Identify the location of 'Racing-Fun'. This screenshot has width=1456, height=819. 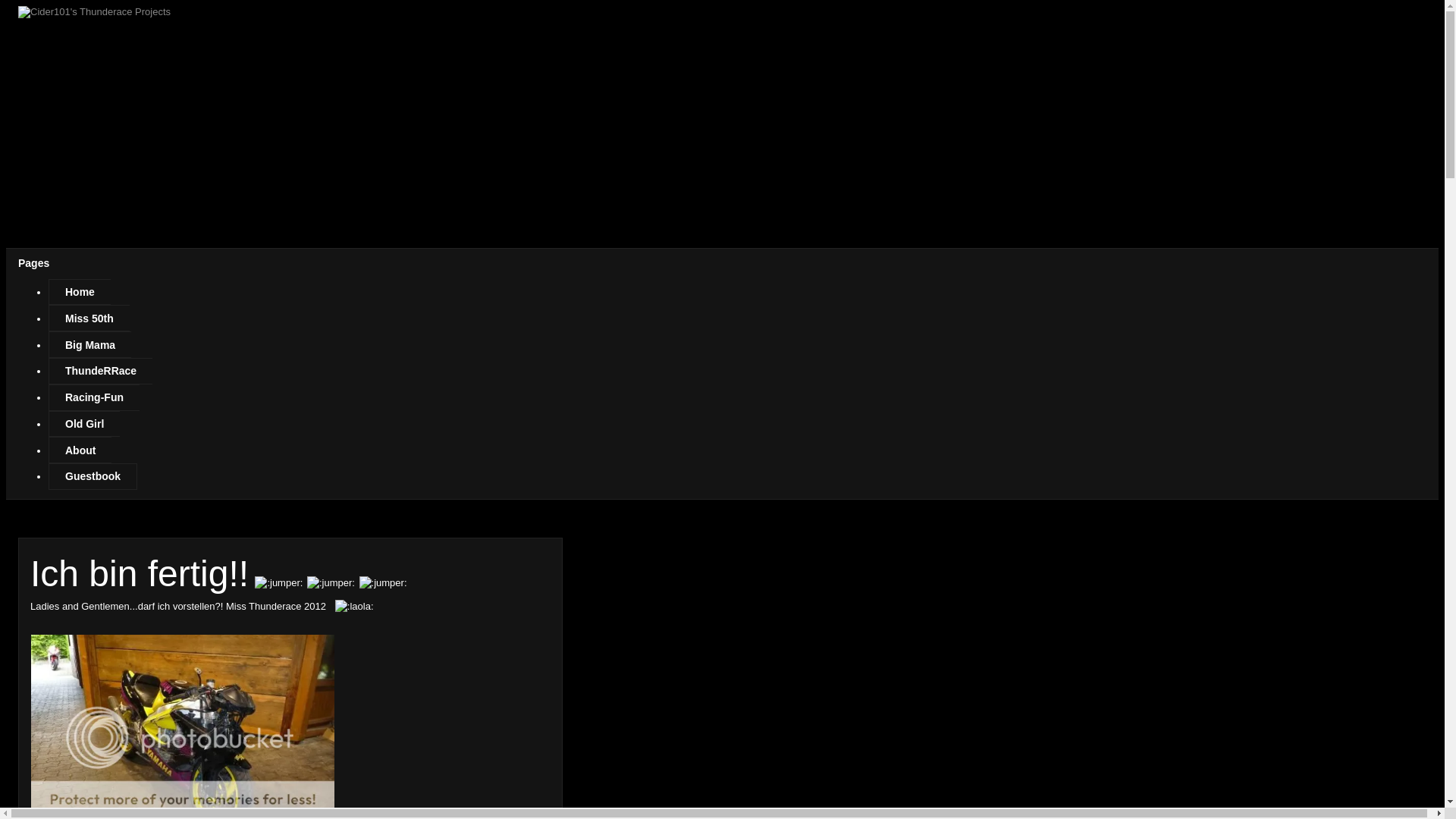
(93, 397).